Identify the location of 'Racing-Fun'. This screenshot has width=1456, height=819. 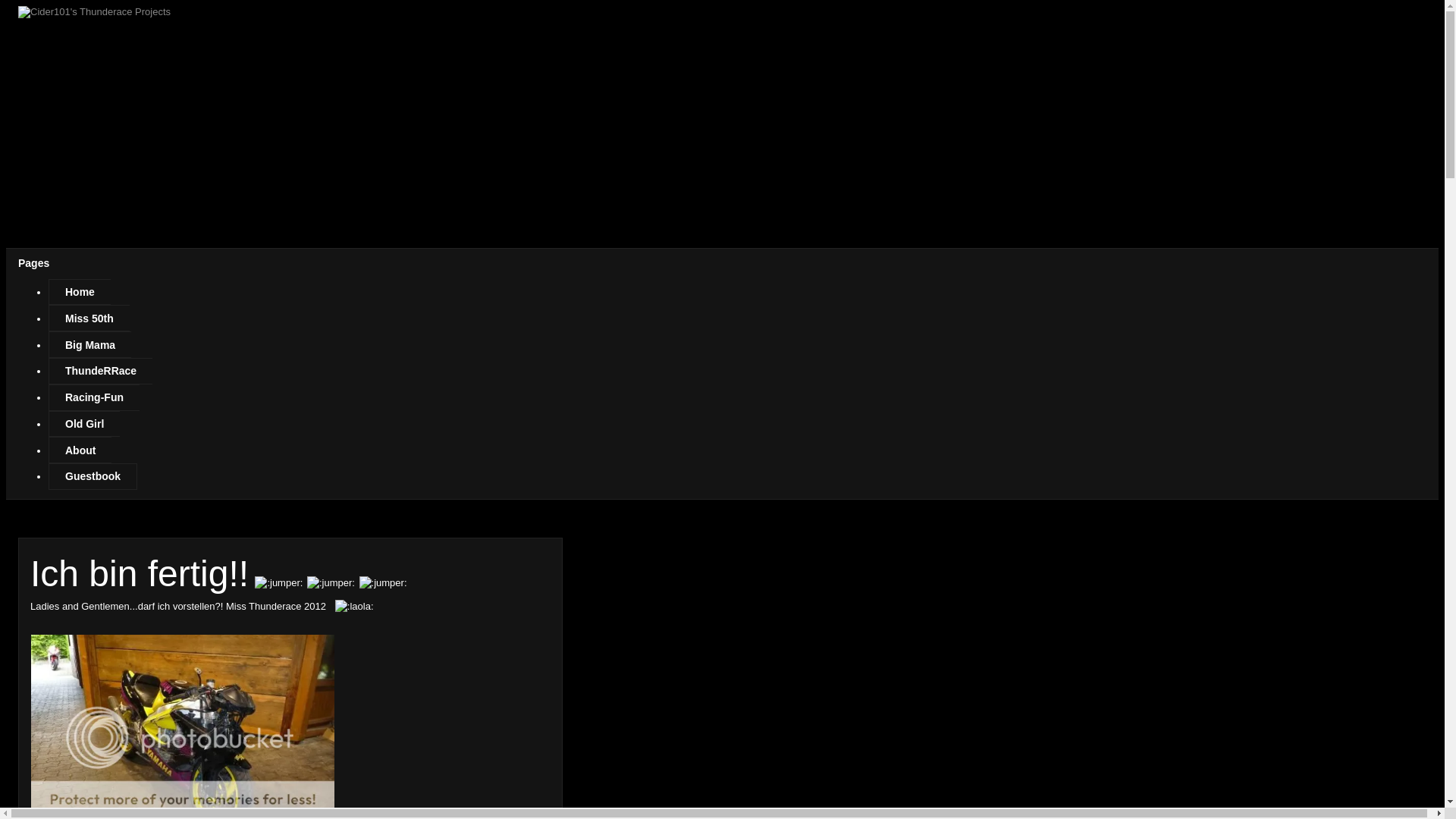
(93, 397).